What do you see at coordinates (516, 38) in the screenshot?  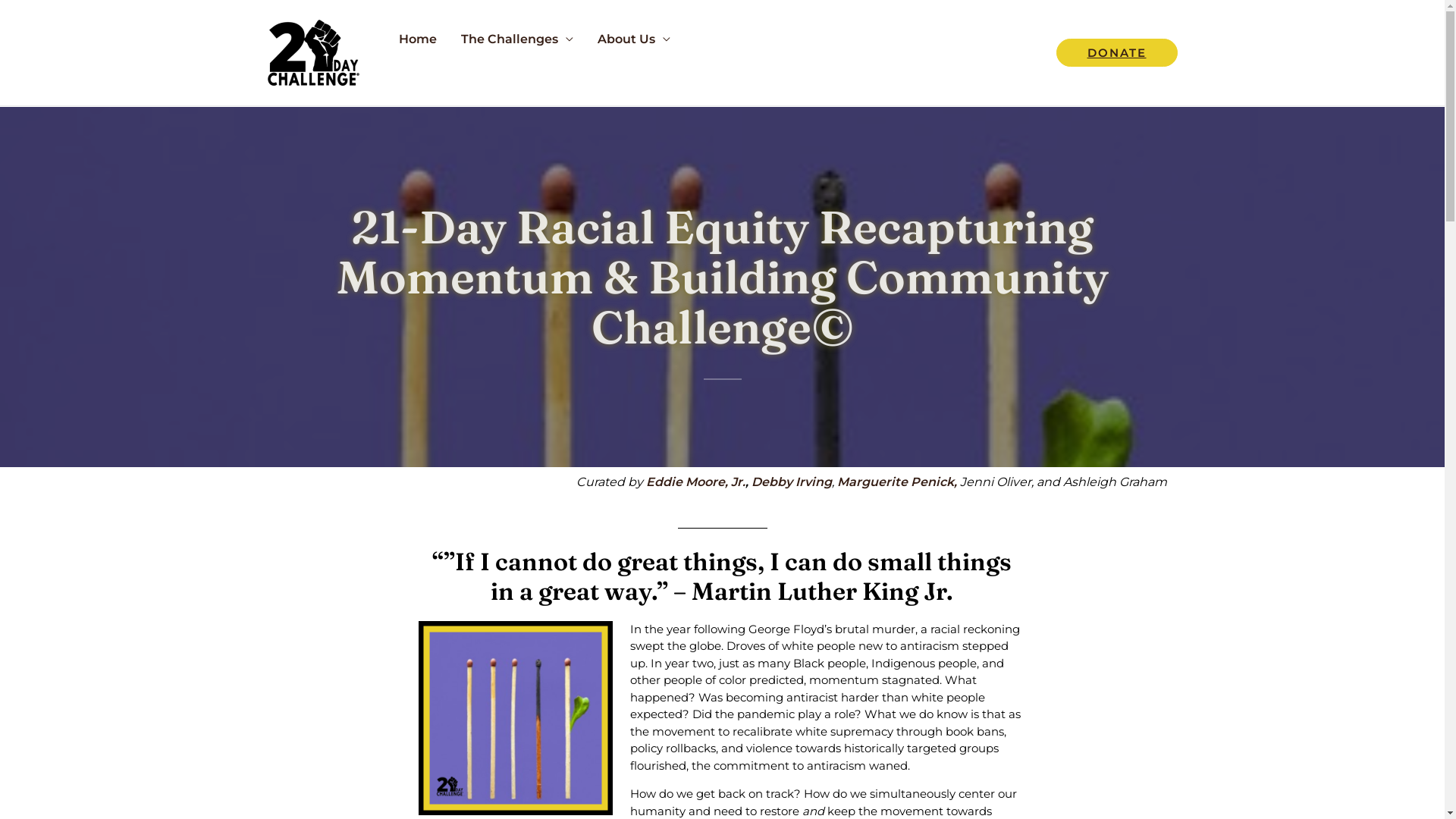 I see `'The Challenges'` at bounding box center [516, 38].